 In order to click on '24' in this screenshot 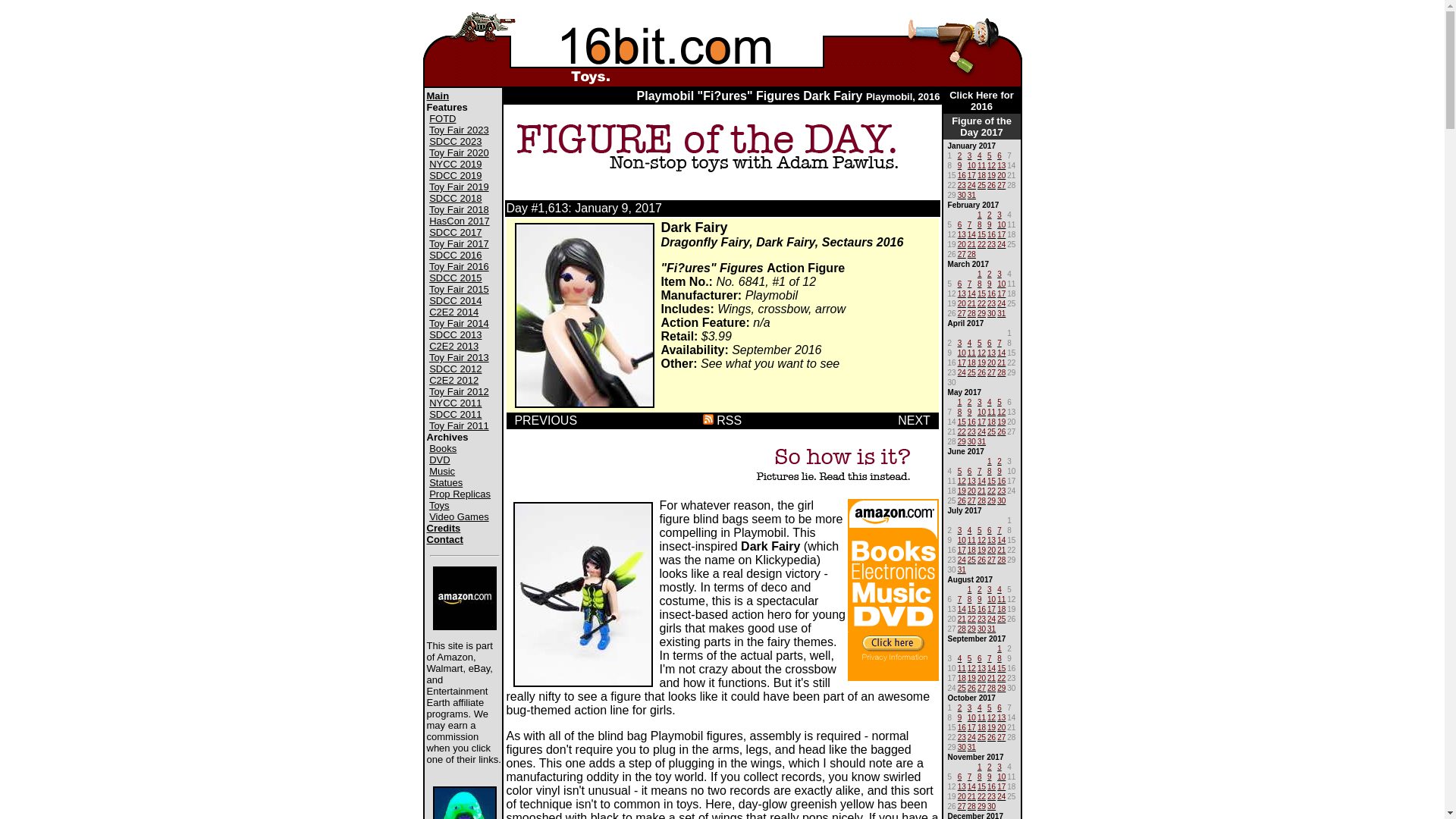, I will do `click(1001, 242)`.